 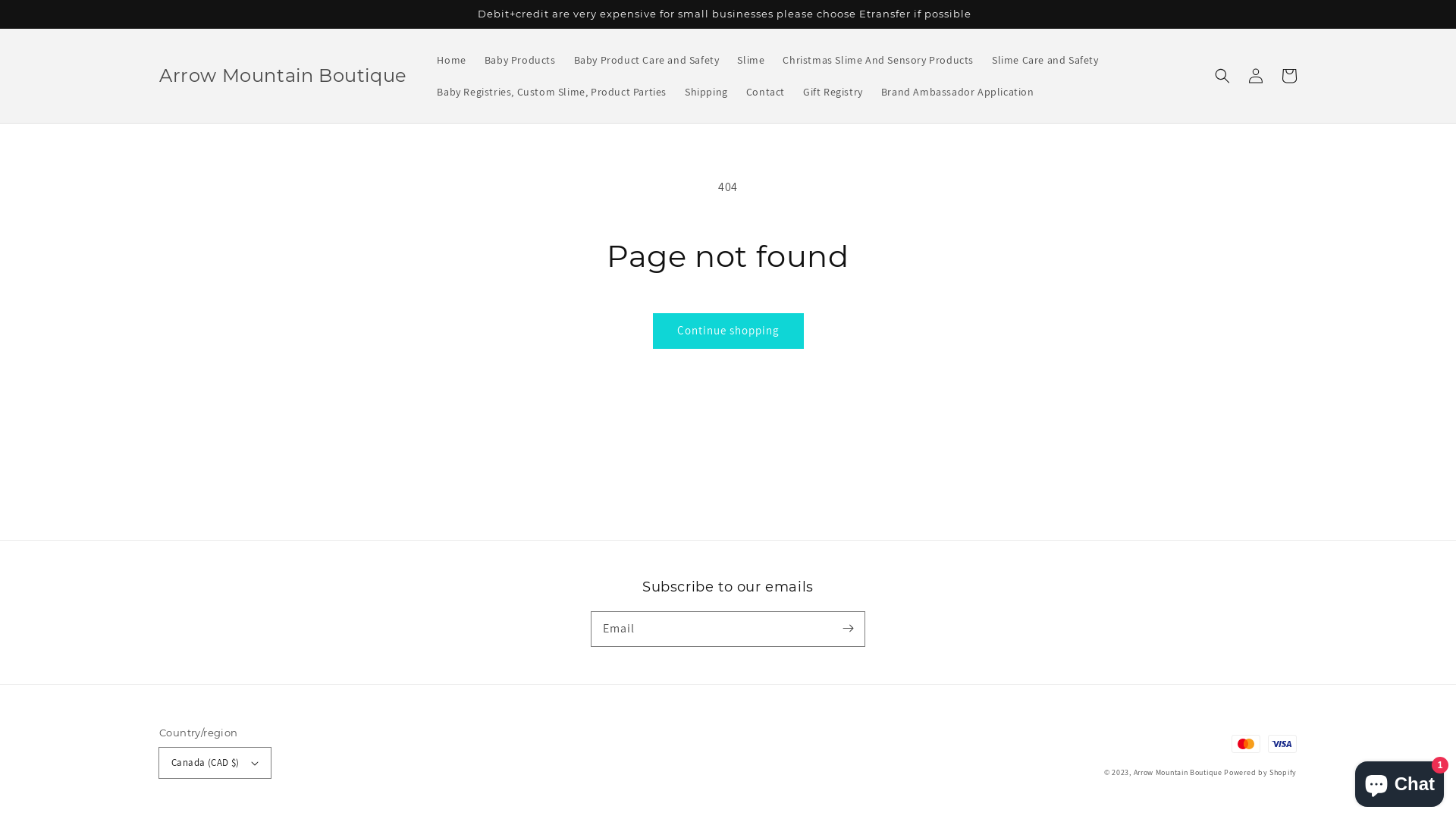 What do you see at coordinates (832, 91) in the screenshot?
I see `'Gift Registry'` at bounding box center [832, 91].